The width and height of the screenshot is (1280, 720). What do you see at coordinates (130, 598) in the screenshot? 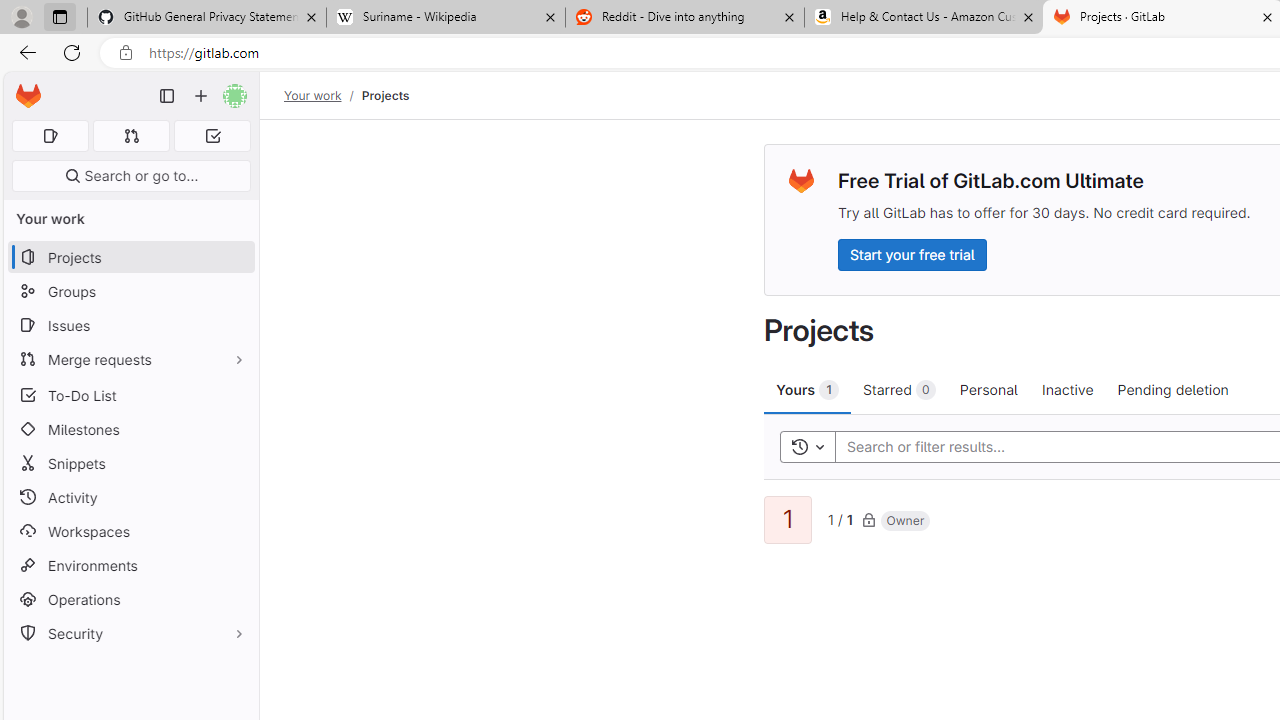
I see `'Operations'` at bounding box center [130, 598].